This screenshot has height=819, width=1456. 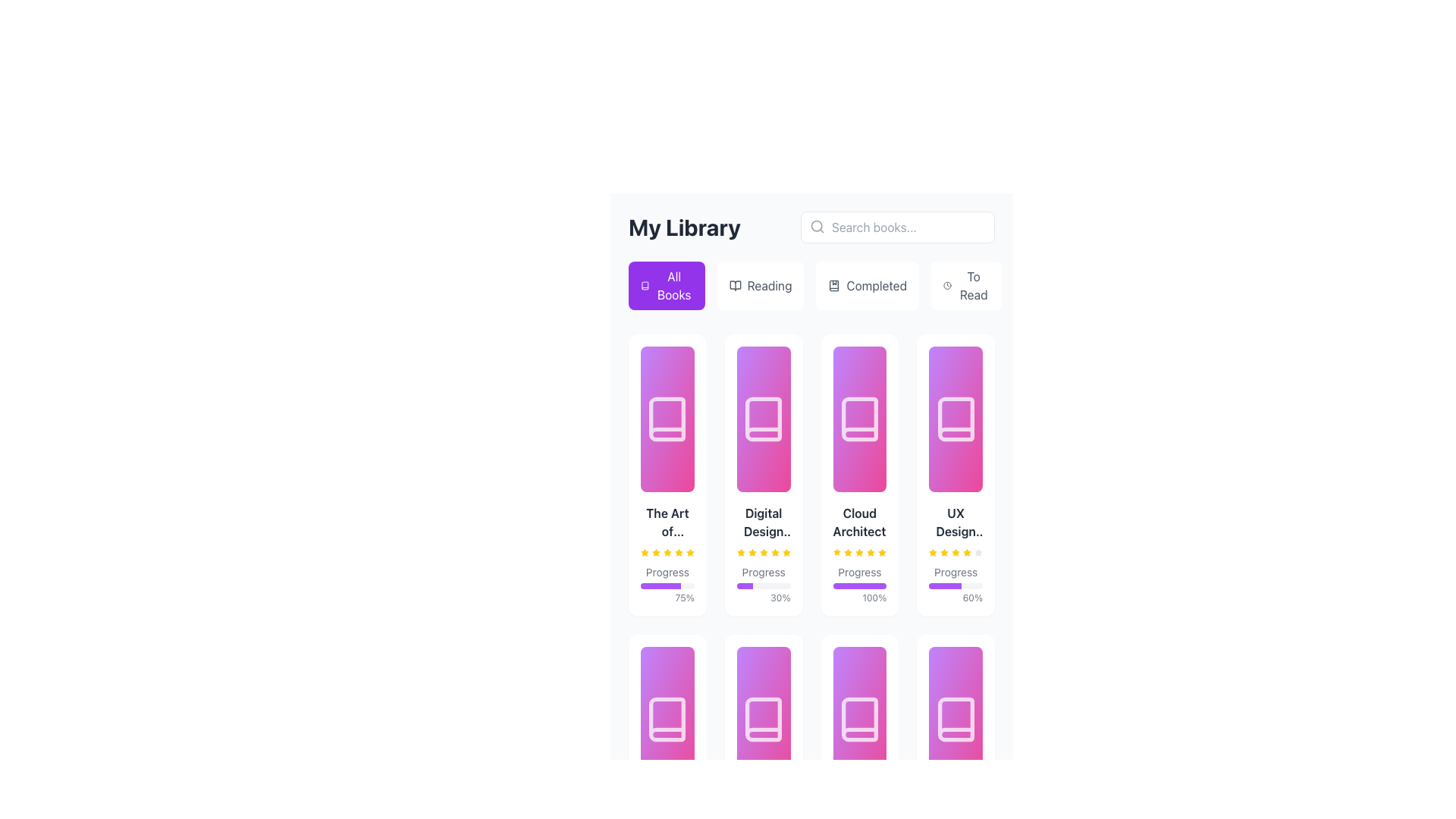 I want to click on the text label displaying '60%' in a small, right-aligned font, located within the fourth card in the top row of the interface showing a progress-related statistic, so click(x=955, y=598).